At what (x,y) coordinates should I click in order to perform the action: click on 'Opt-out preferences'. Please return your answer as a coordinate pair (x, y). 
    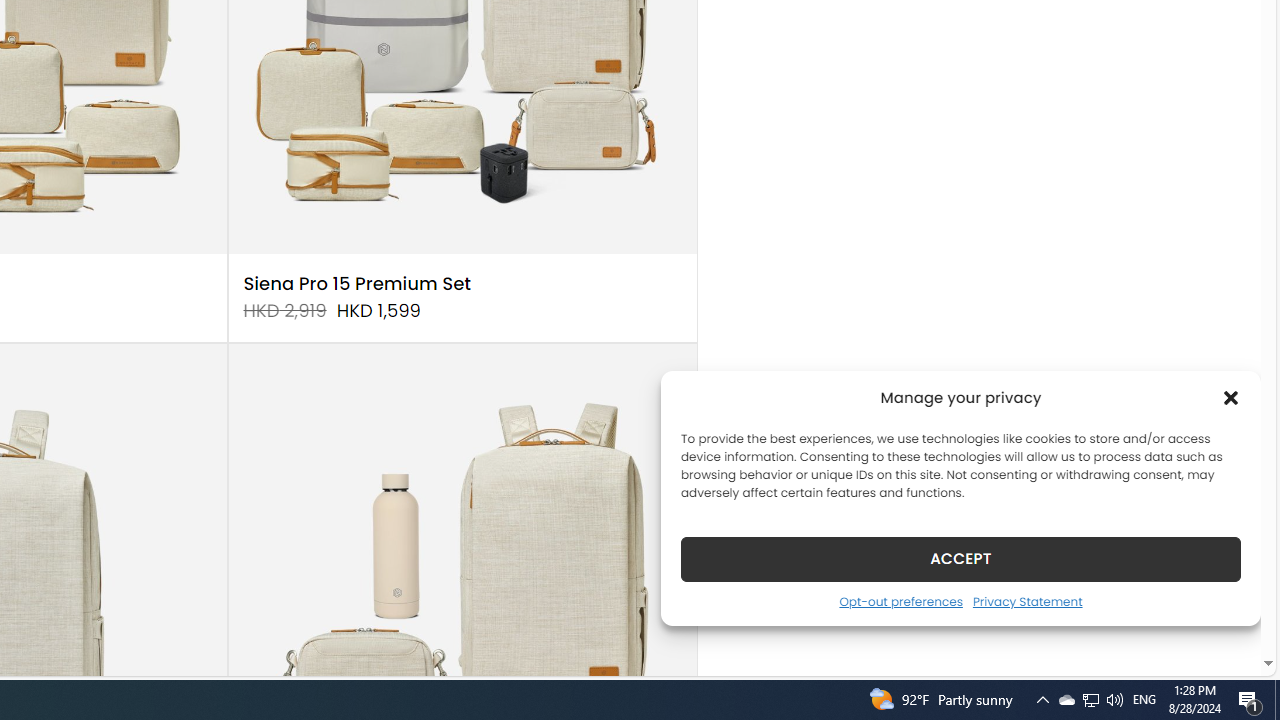
    Looking at the image, I should click on (899, 600).